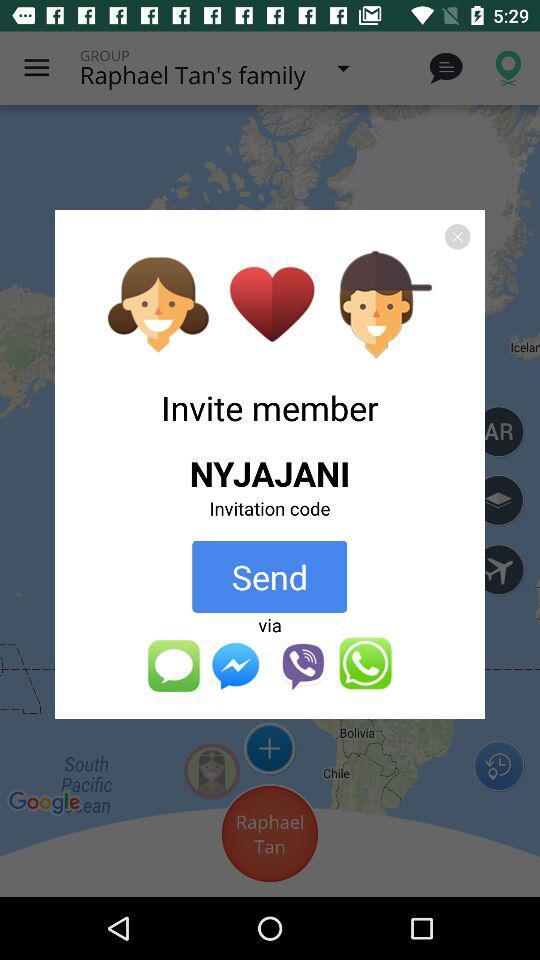 Image resolution: width=540 pixels, height=960 pixels. Describe the element at coordinates (270, 624) in the screenshot. I see `the via app` at that location.